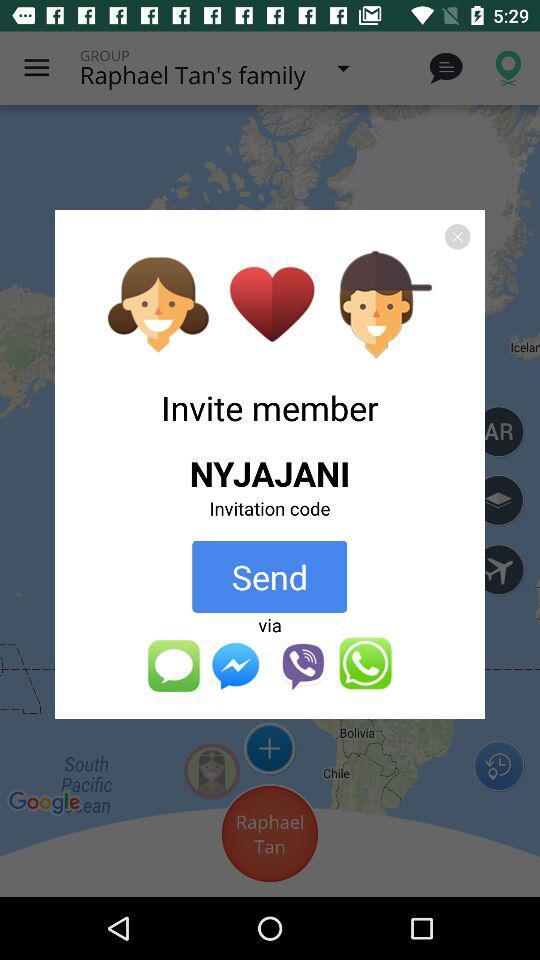 Image resolution: width=540 pixels, height=960 pixels. Describe the element at coordinates (270, 624) in the screenshot. I see `the via app` at that location.